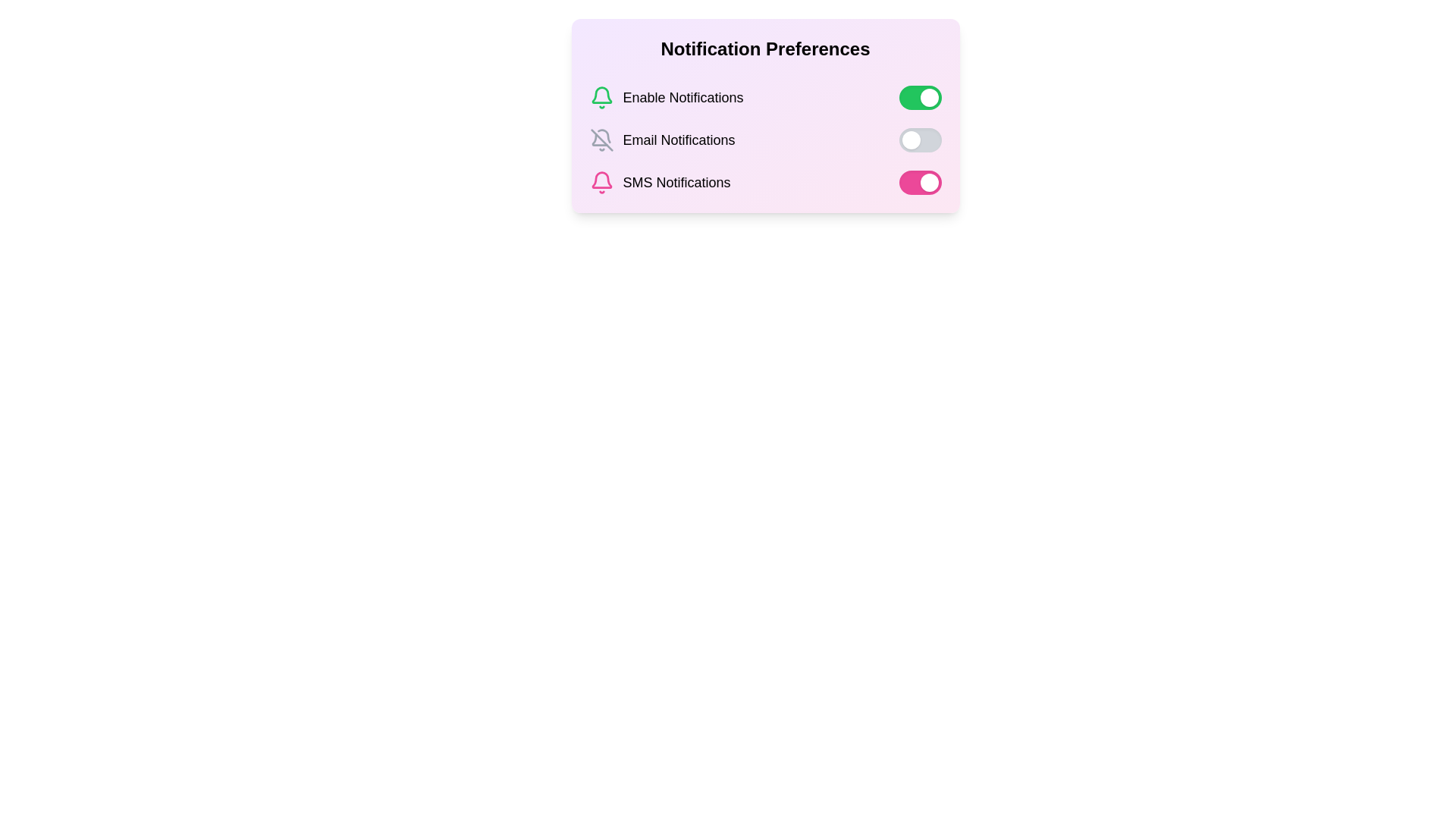 The image size is (1456, 819). Describe the element at coordinates (601, 97) in the screenshot. I see `the visual state of the green bell-shaped icon located to the left of the 'Enable Notifications' text in the notification preferences section` at that location.